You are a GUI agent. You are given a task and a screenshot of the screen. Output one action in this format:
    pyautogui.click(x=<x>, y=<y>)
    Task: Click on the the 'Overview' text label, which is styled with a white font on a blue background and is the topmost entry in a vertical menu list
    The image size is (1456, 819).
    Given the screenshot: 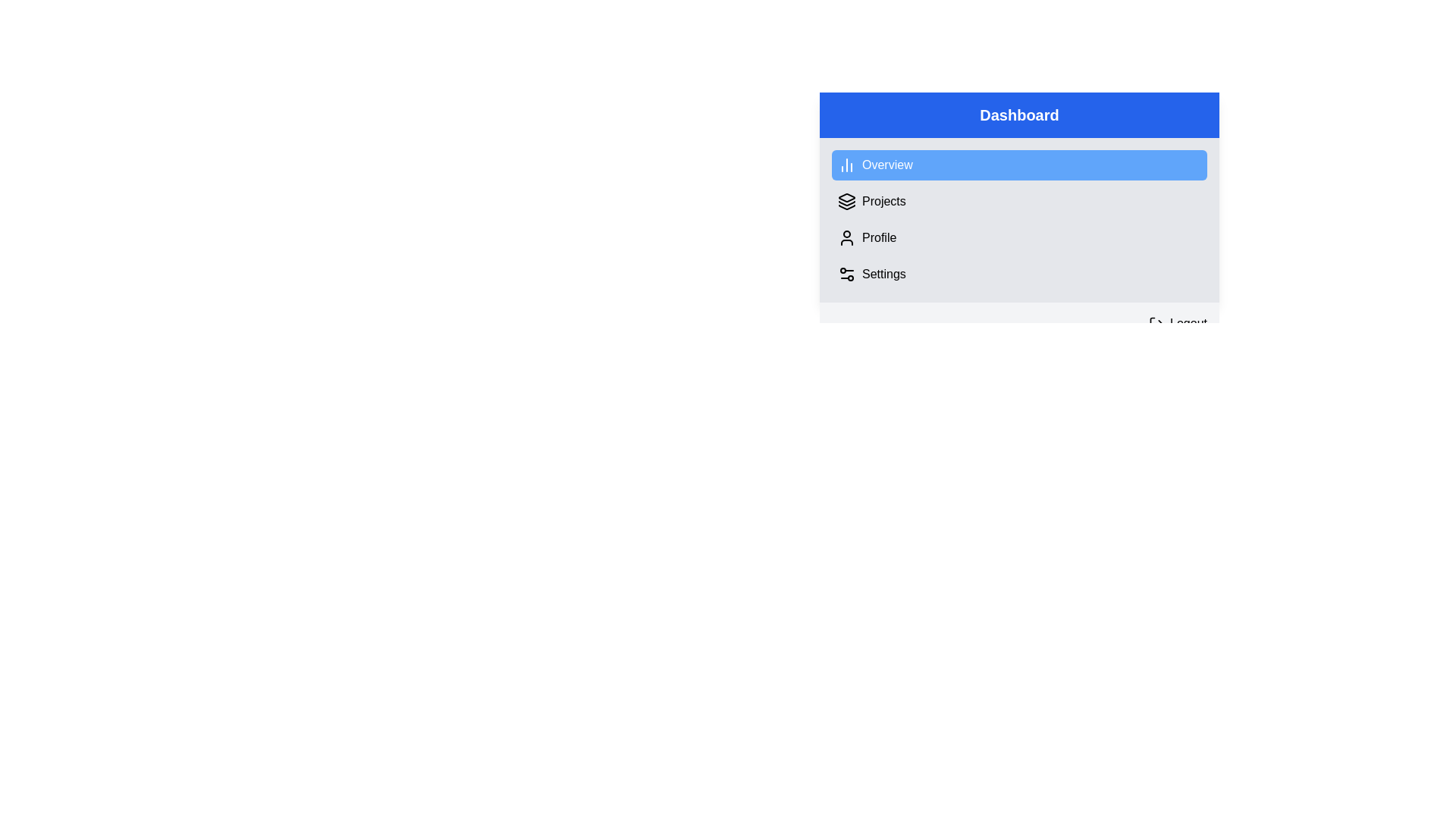 What is the action you would take?
    pyautogui.click(x=887, y=165)
    